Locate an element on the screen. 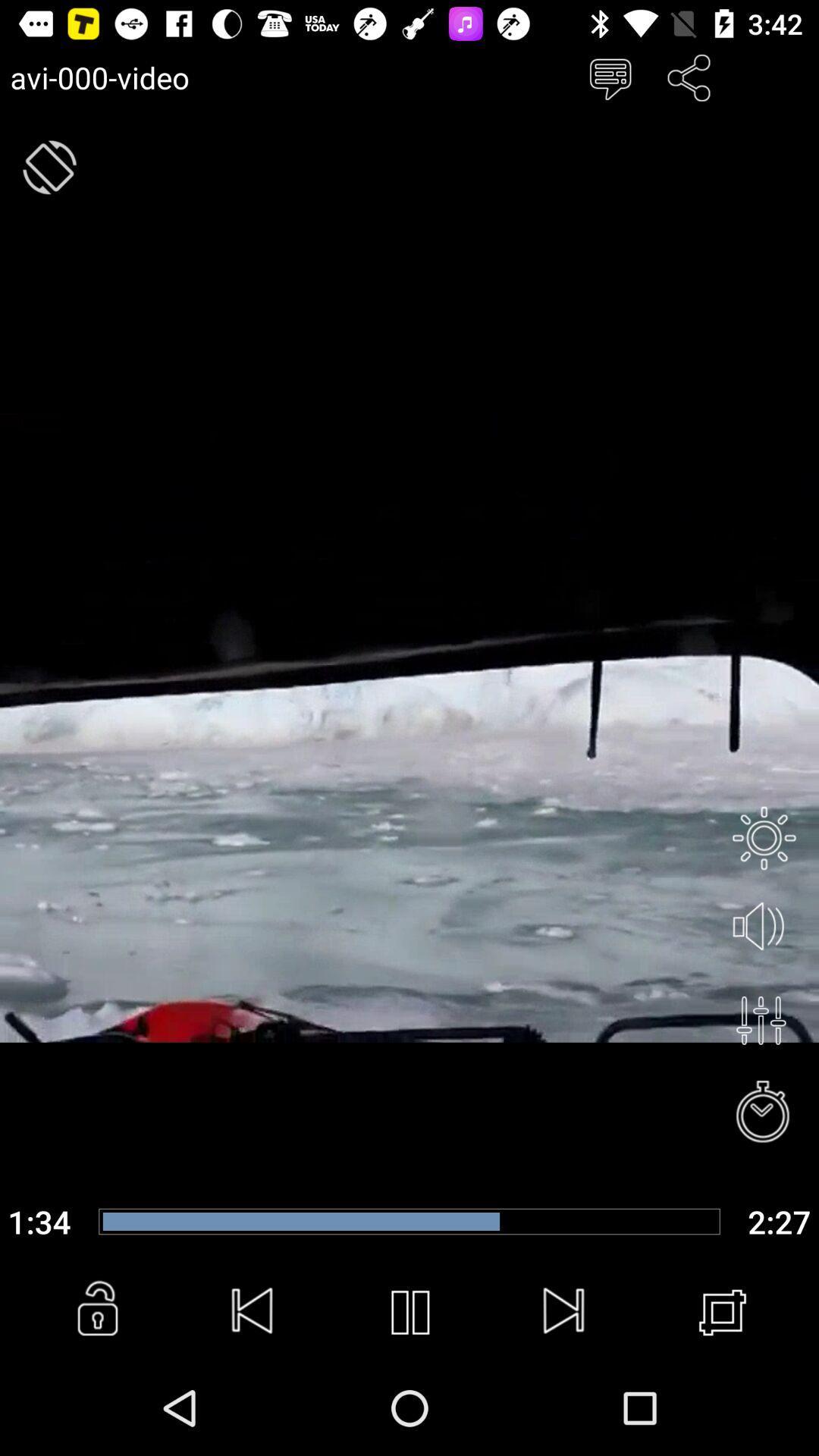 This screenshot has height=1456, width=819. flip button is located at coordinates (49, 167).